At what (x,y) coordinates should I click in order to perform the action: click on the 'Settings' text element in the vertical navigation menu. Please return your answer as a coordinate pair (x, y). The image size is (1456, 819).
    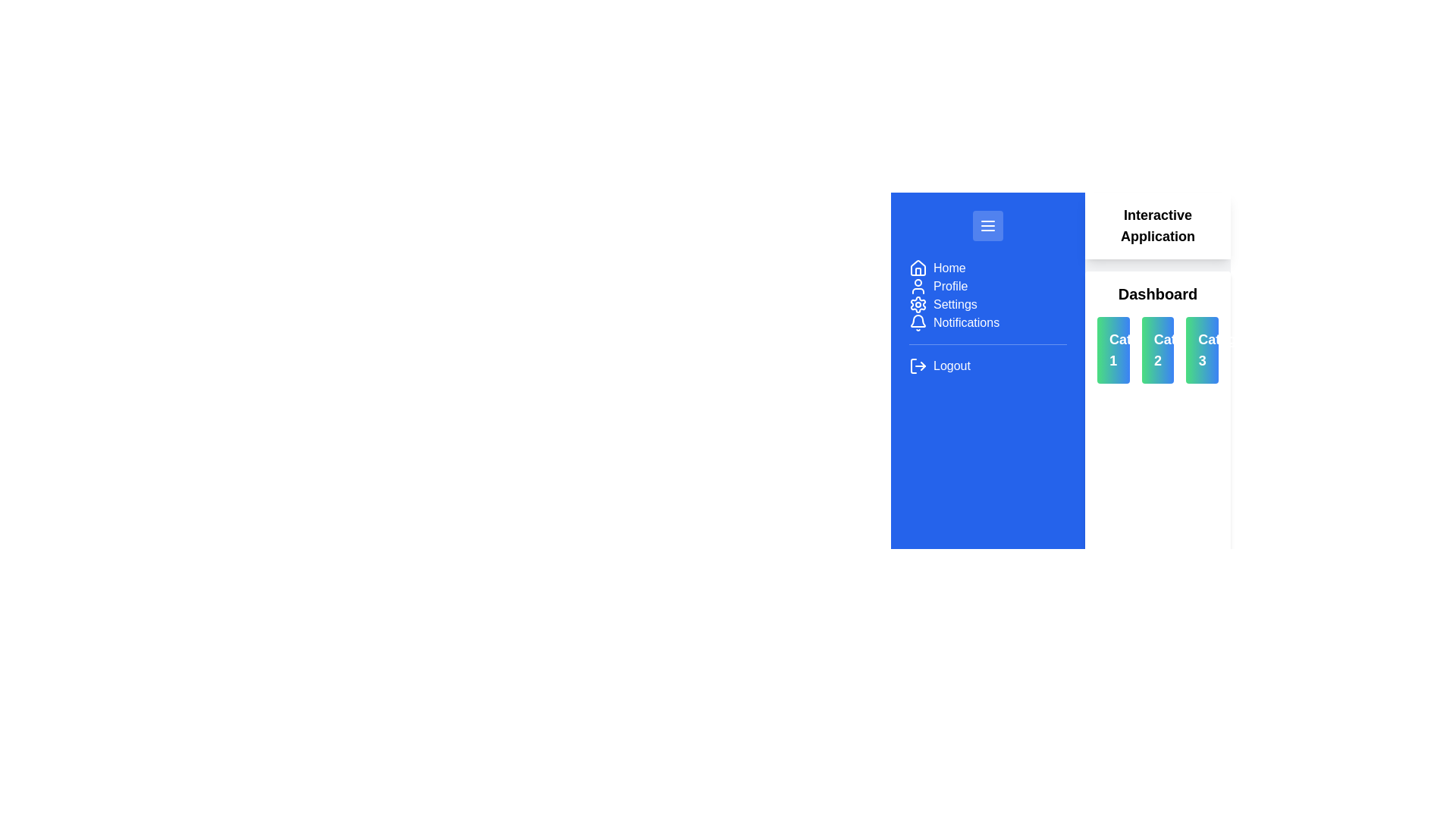
    Looking at the image, I should click on (954, 304).